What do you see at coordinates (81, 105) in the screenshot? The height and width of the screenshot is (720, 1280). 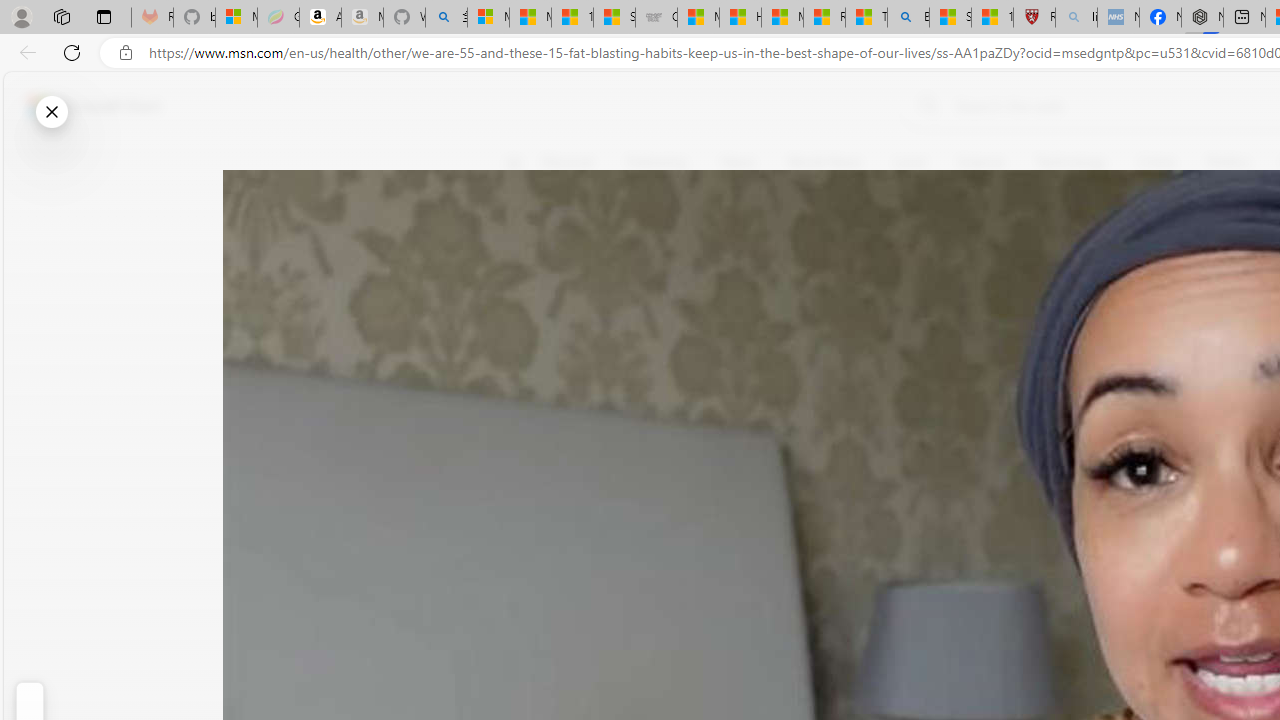 I see `'Skip to footer'` at bounding box center [81, 105].